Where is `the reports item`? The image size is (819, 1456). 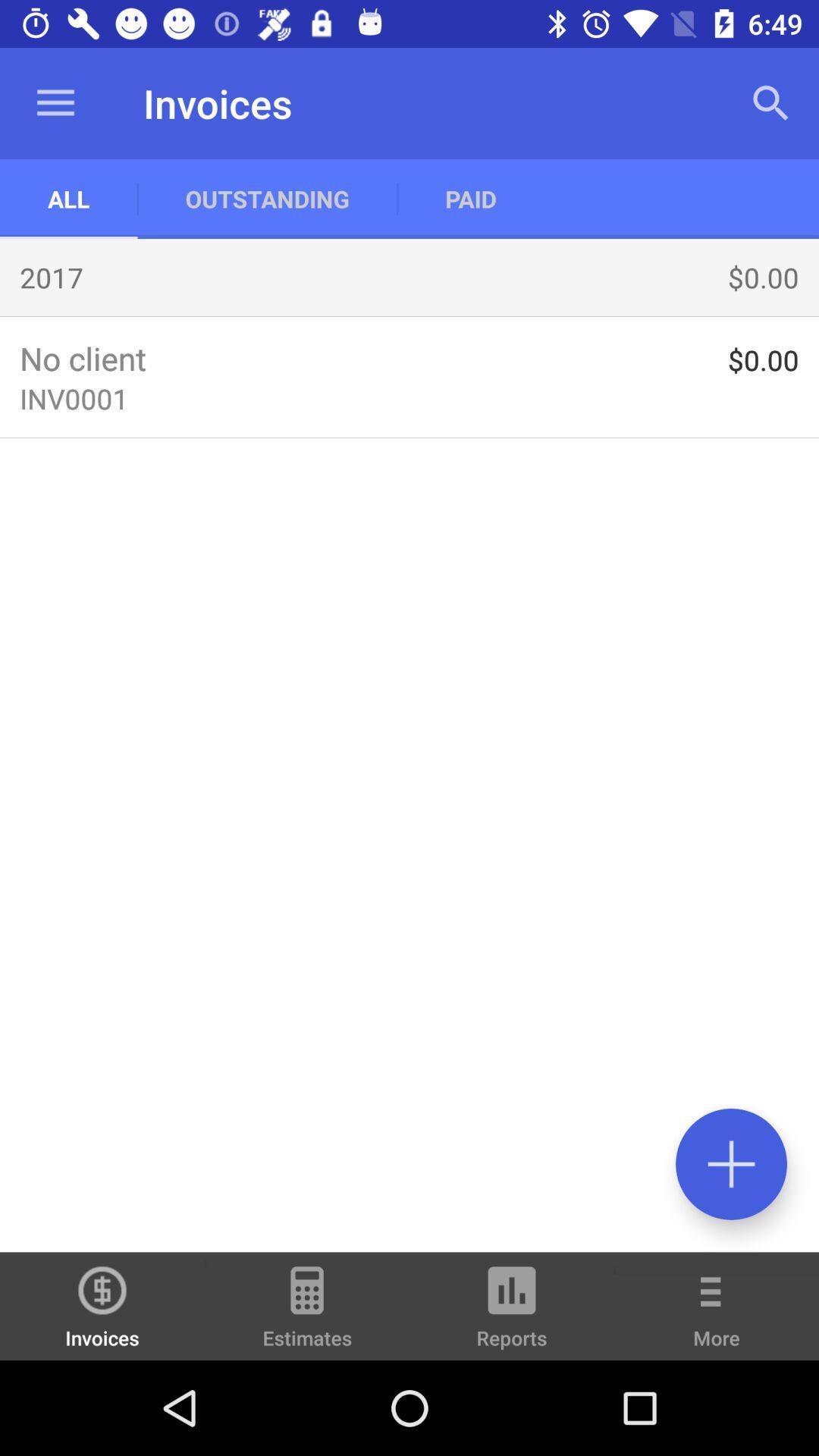
the reports item is located at coordinates (512, 1313).